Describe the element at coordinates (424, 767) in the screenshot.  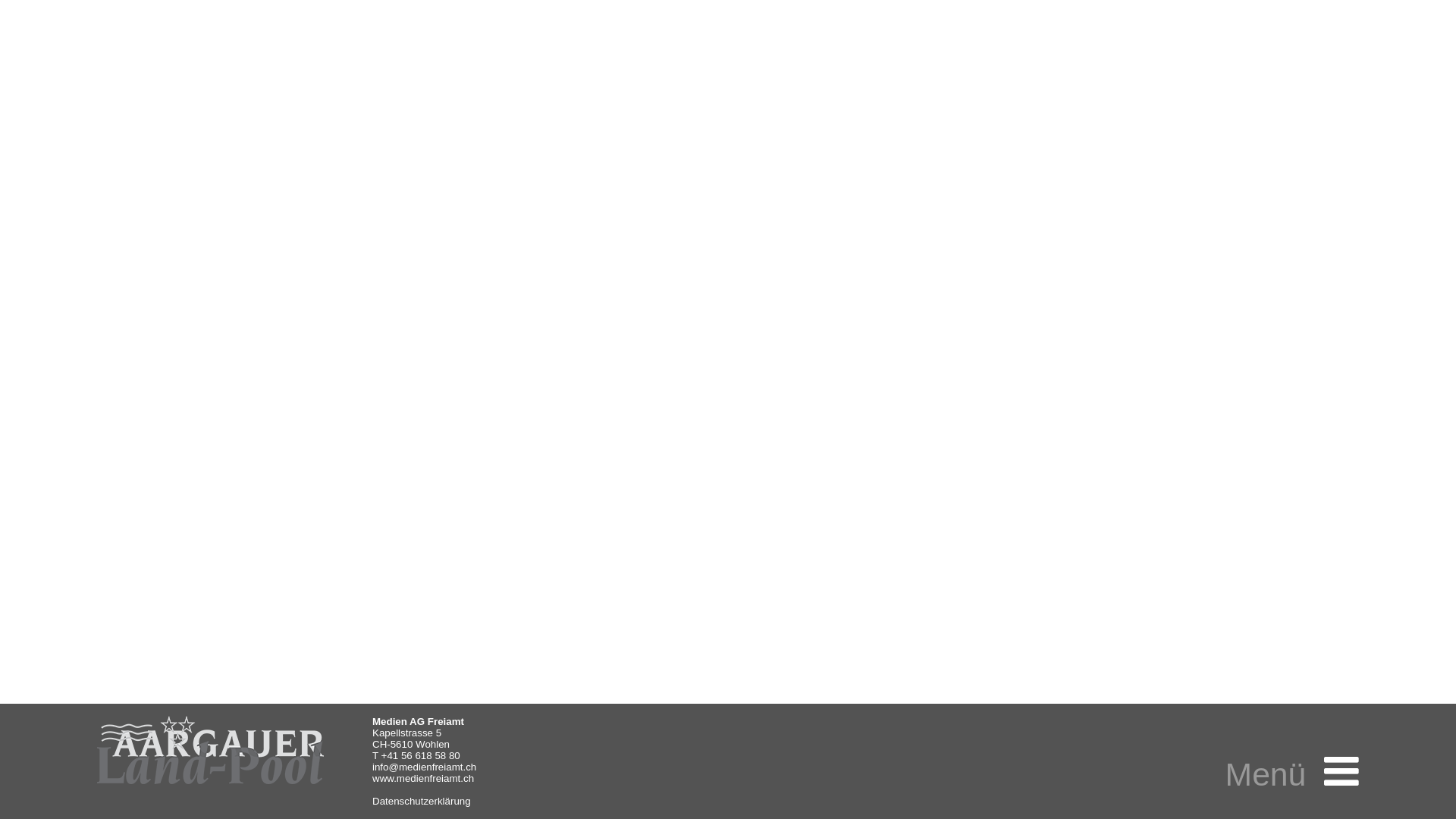
I see `'info@medienfreiamt.ch'` at that location.